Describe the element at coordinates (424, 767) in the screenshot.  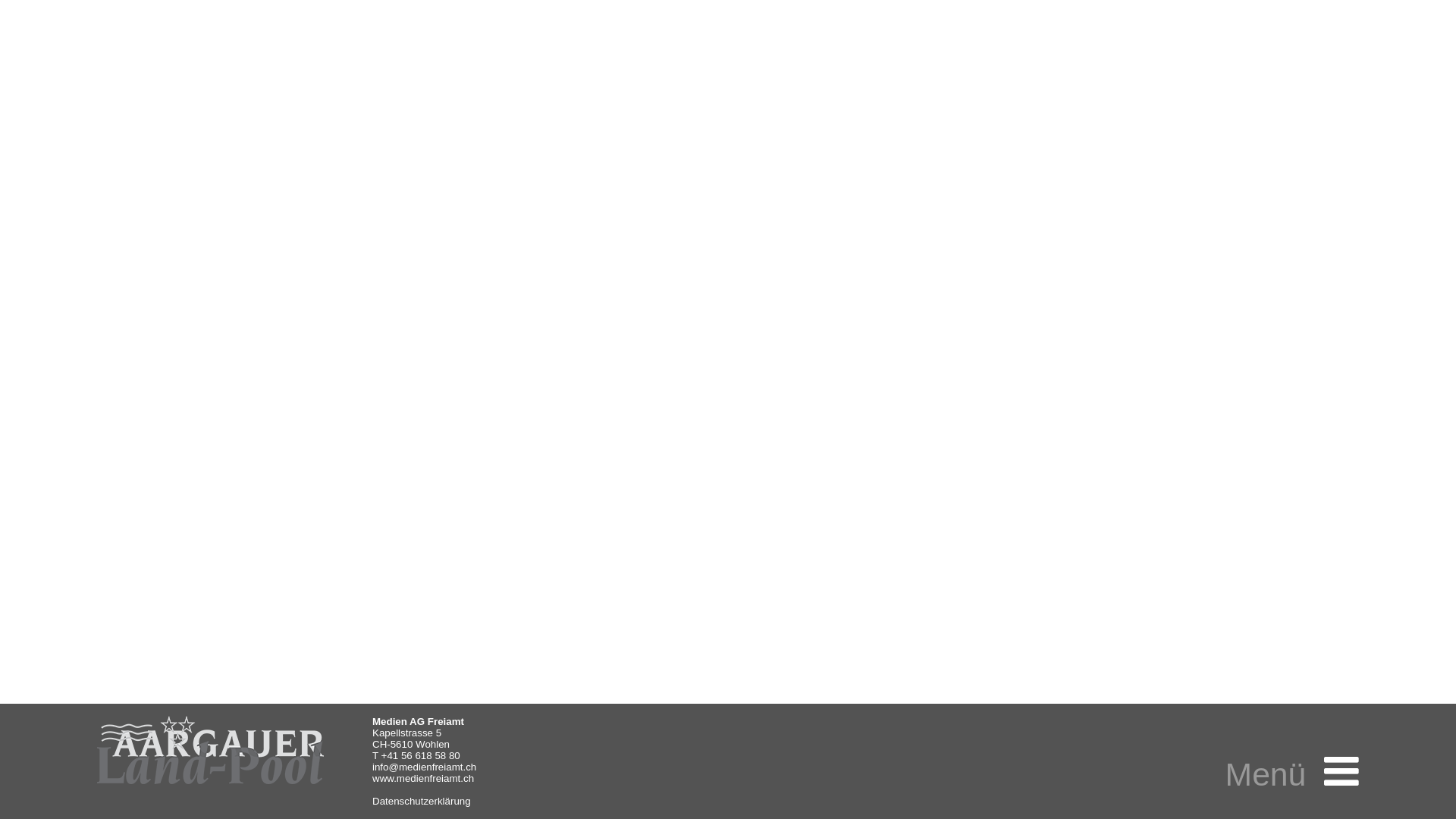
I see `'info@medienfreiamt.ch'` at that location.